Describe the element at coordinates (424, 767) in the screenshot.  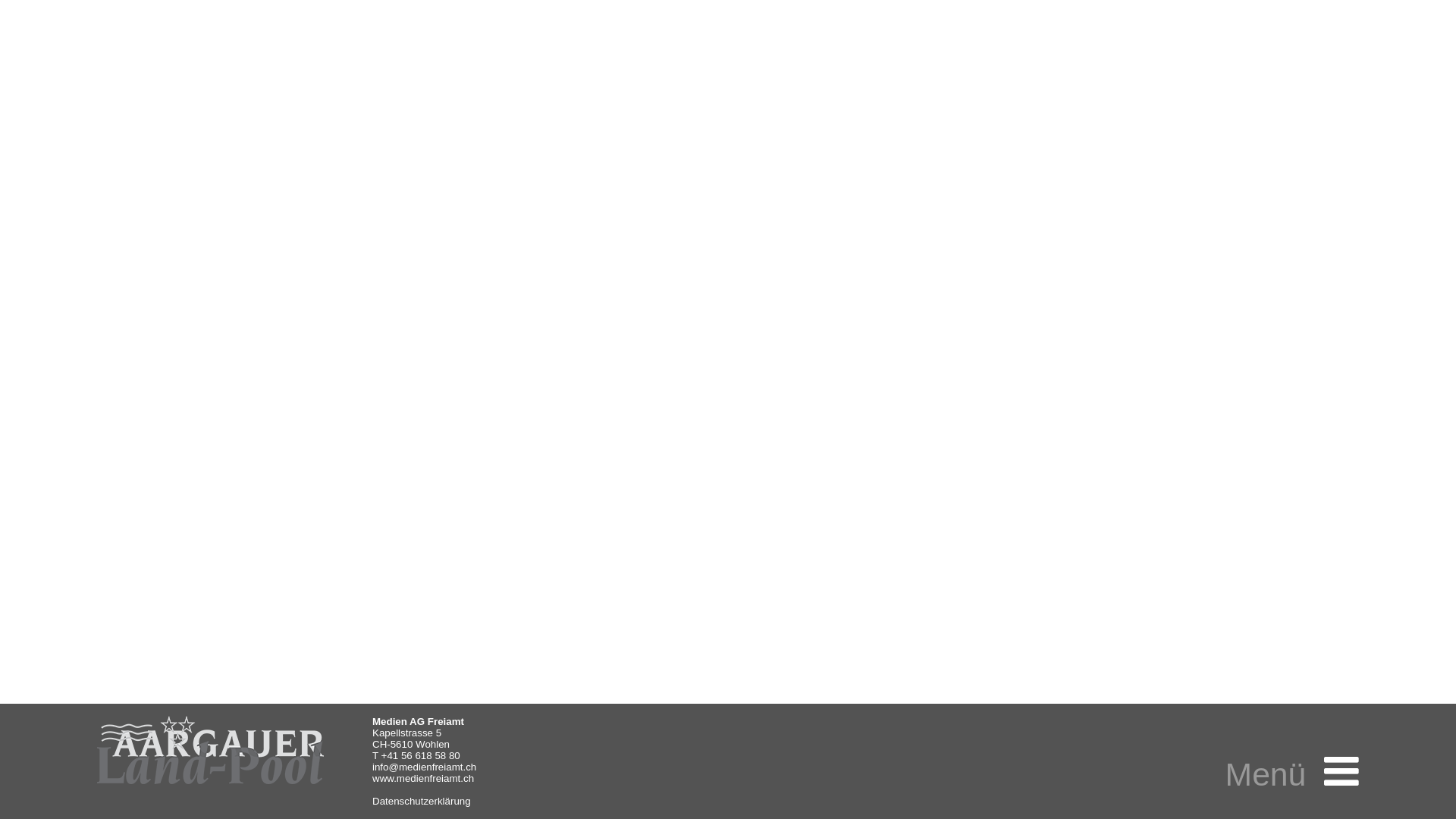
I see `'info@medienfreiamt.ch'` at that location.